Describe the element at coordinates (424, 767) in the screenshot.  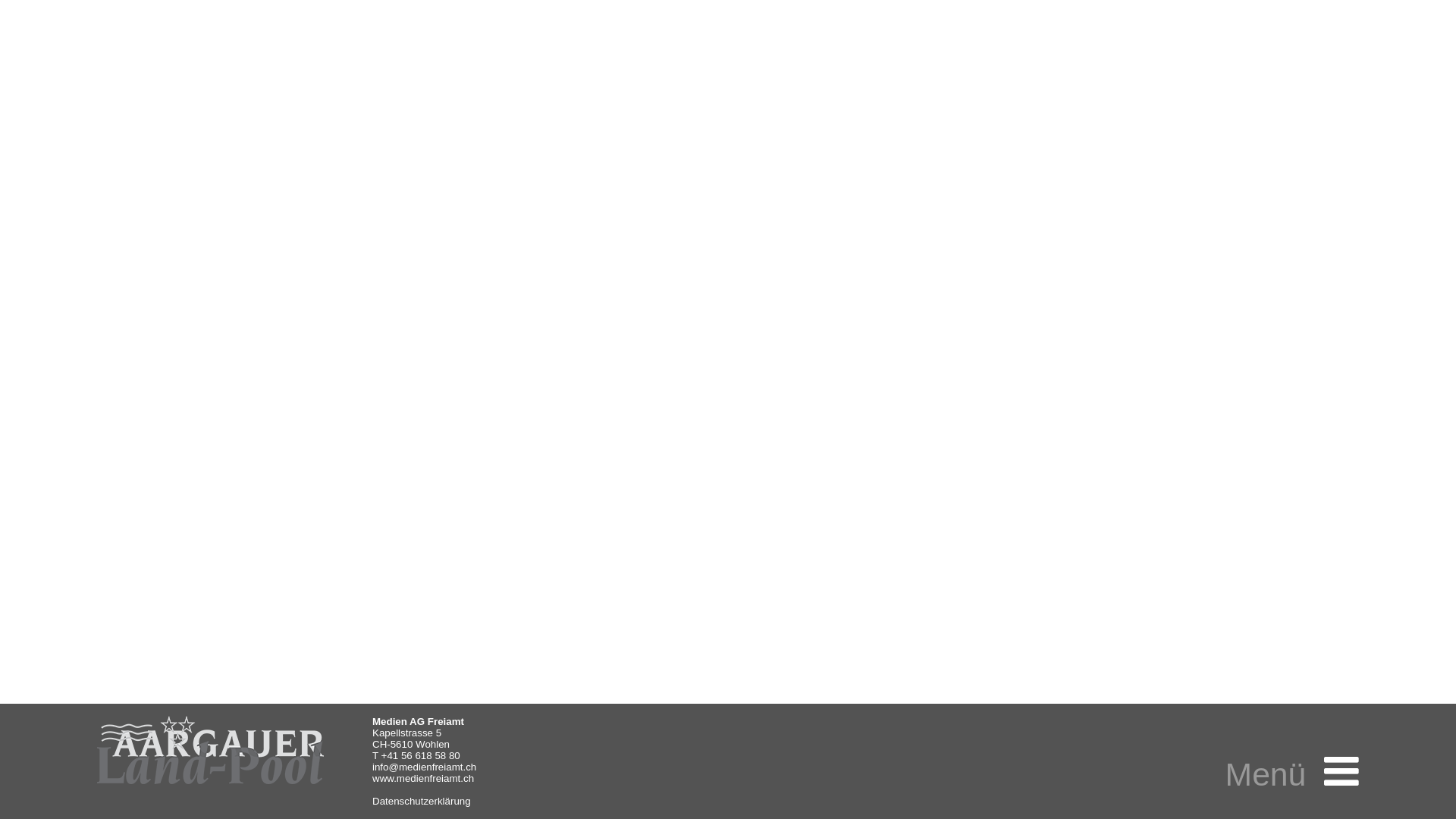
I see `'info@medienfreiamt.ch'` at that location.